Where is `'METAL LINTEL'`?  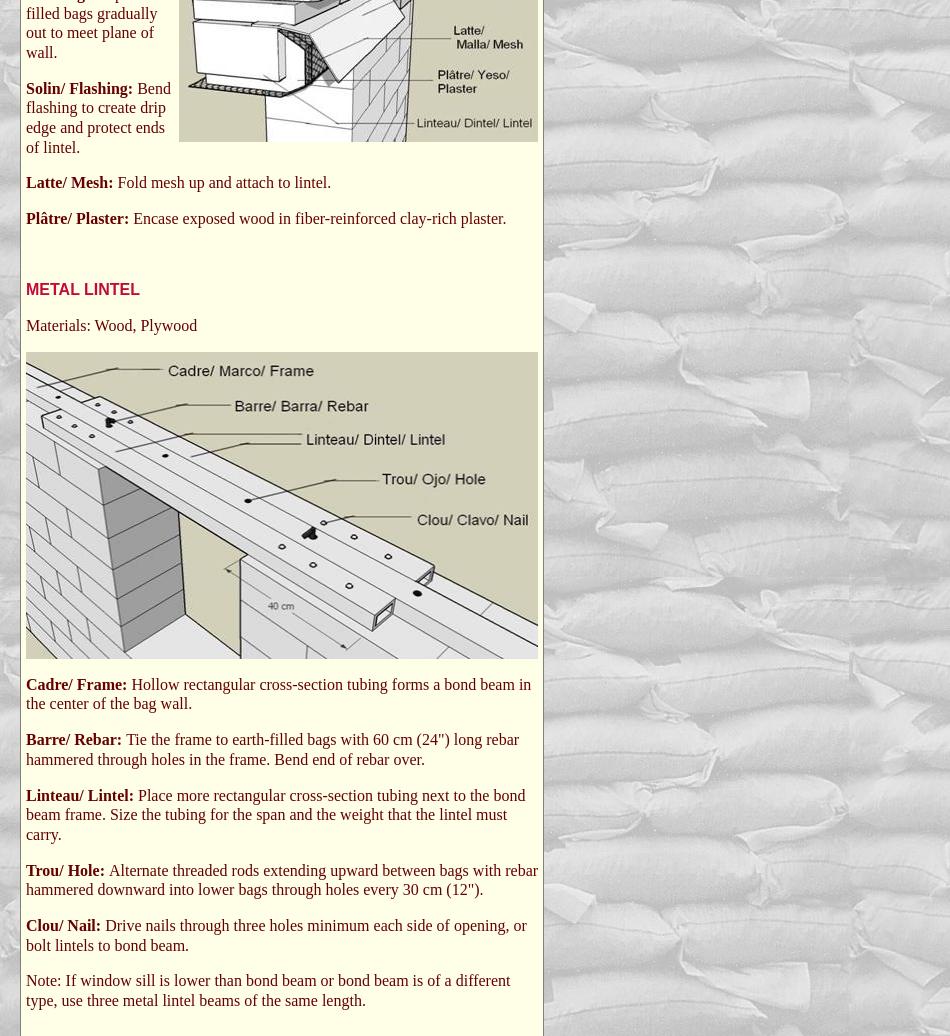 'METAL LINTEL' is located at coordinates (83, 289).